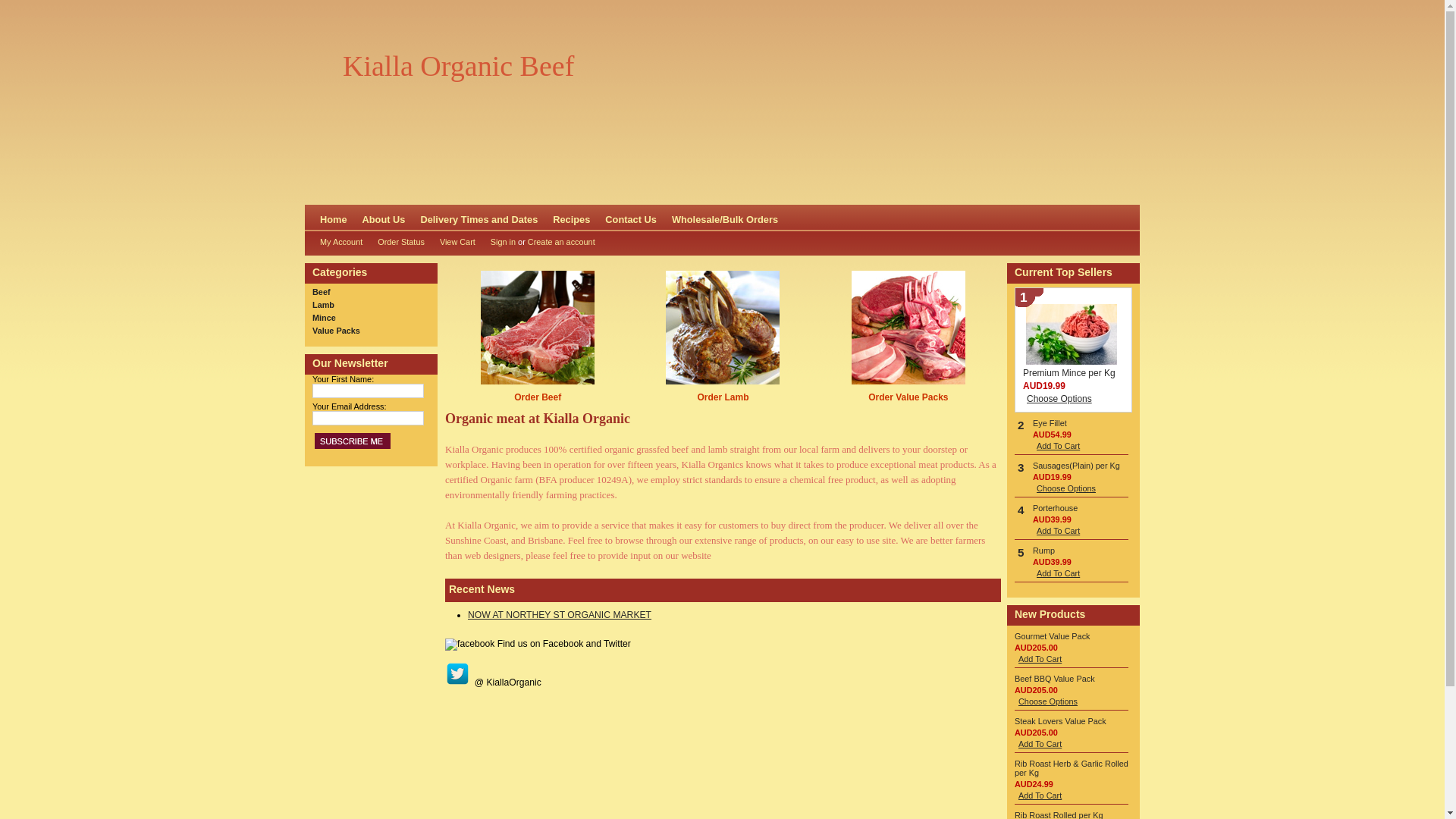 Image resolution: width=1456 pixels, height=819 pixels. I want to click on 'Beef BBQ Value Pack', so click(1054, 677).